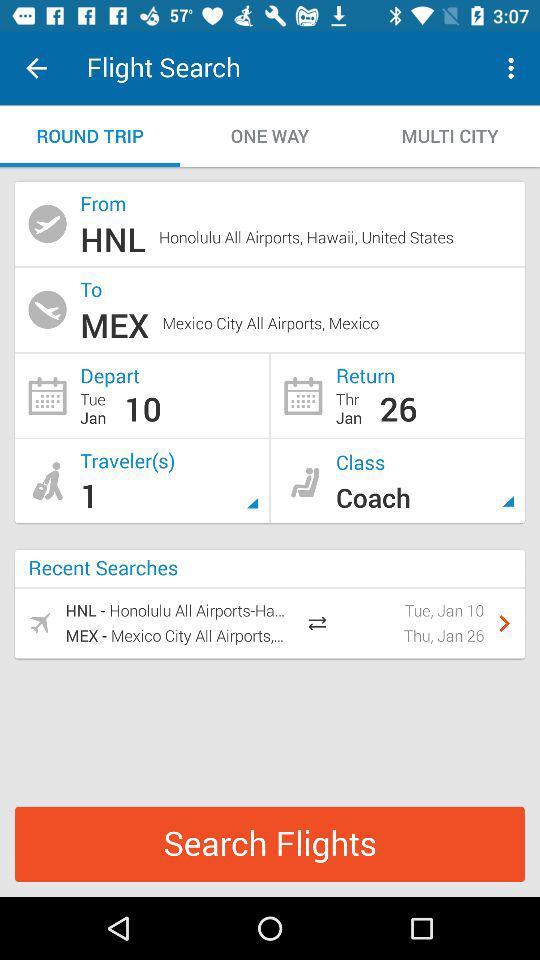 The height and width of the screenshot is (960, 540). Describe the element at coordinates (270, 135) in the screenshot. I see `icon next to the round trip item` at that location.